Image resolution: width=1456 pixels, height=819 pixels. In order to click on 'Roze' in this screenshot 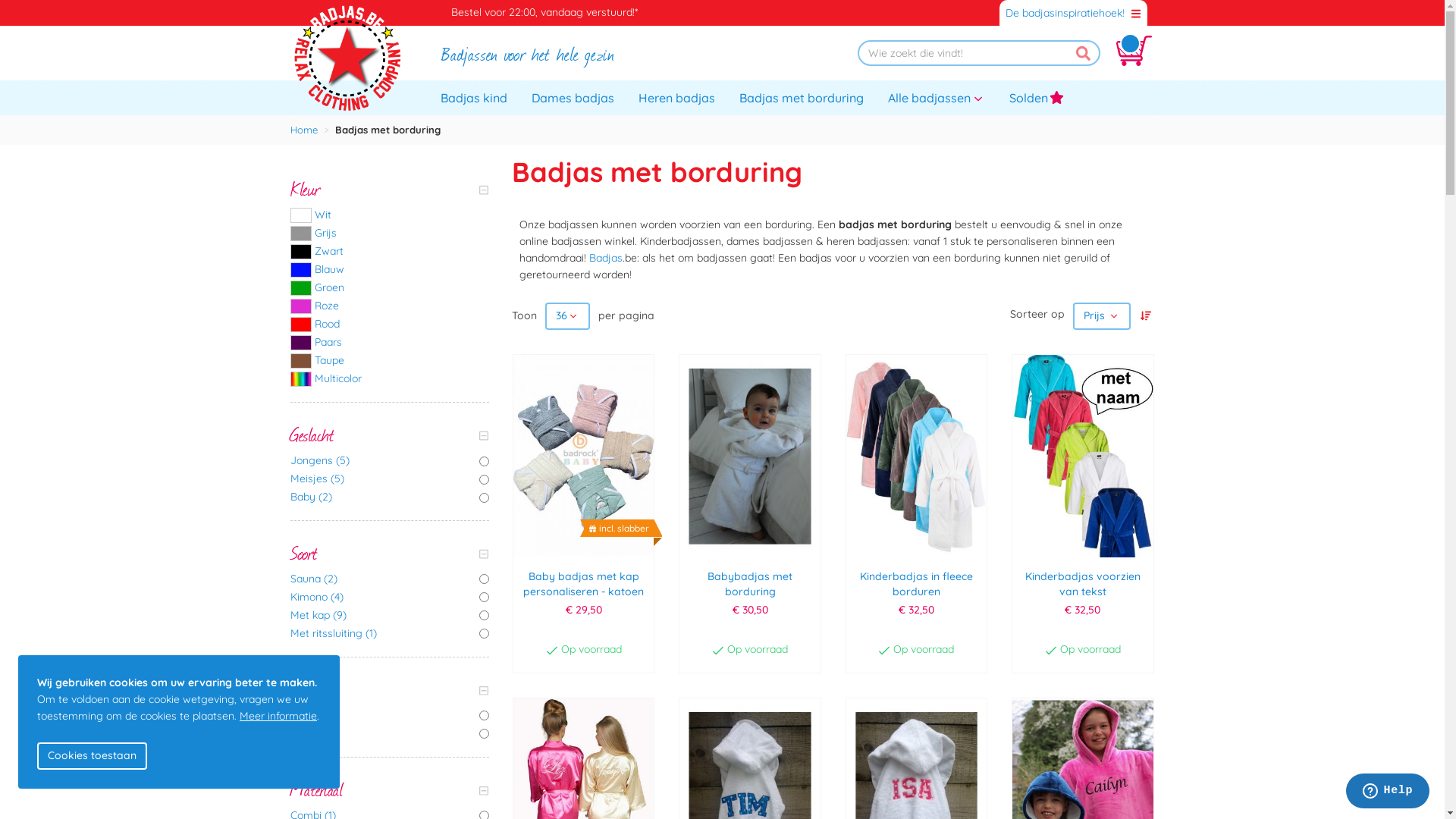, I will do `click(389, 306)`.